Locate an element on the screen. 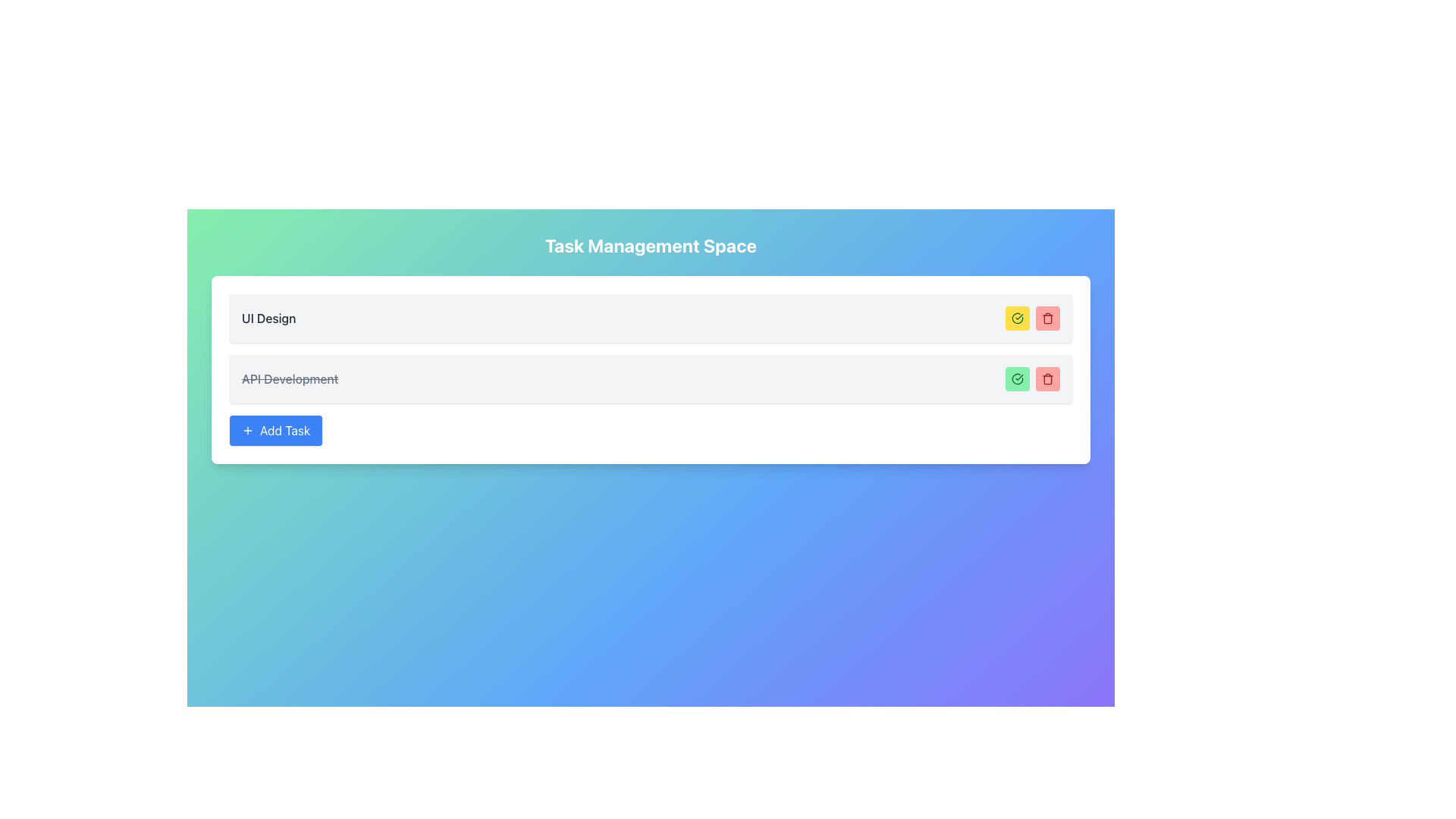 This screenshot has width=1456, height=819. the button located at the bottom-left corner of the task card that adds a new task to the task list is located at coordinates (276, 430).